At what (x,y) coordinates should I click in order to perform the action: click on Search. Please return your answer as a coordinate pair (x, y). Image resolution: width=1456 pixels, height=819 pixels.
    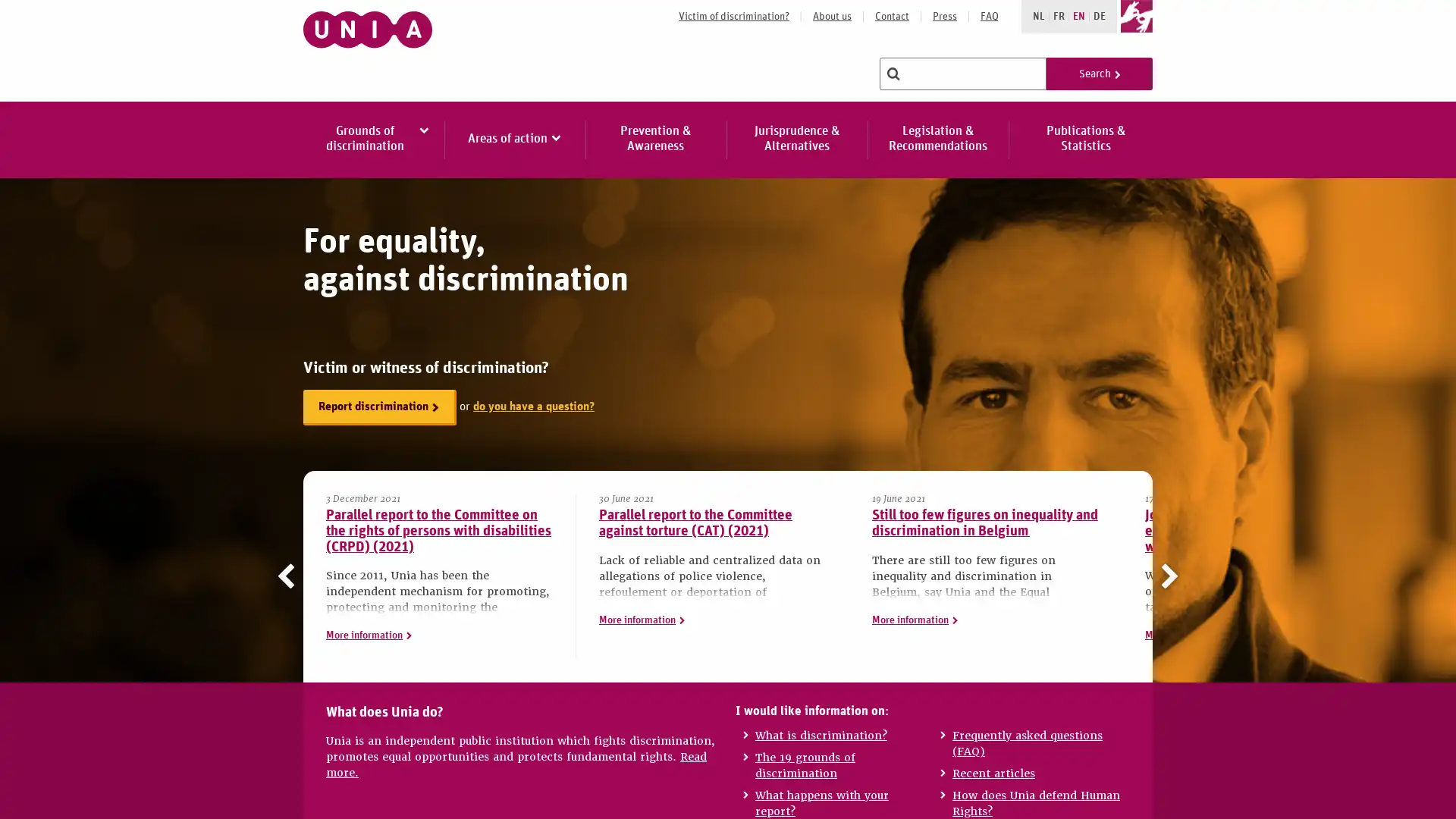
    Looking at the image, I should click on (1099, 73).